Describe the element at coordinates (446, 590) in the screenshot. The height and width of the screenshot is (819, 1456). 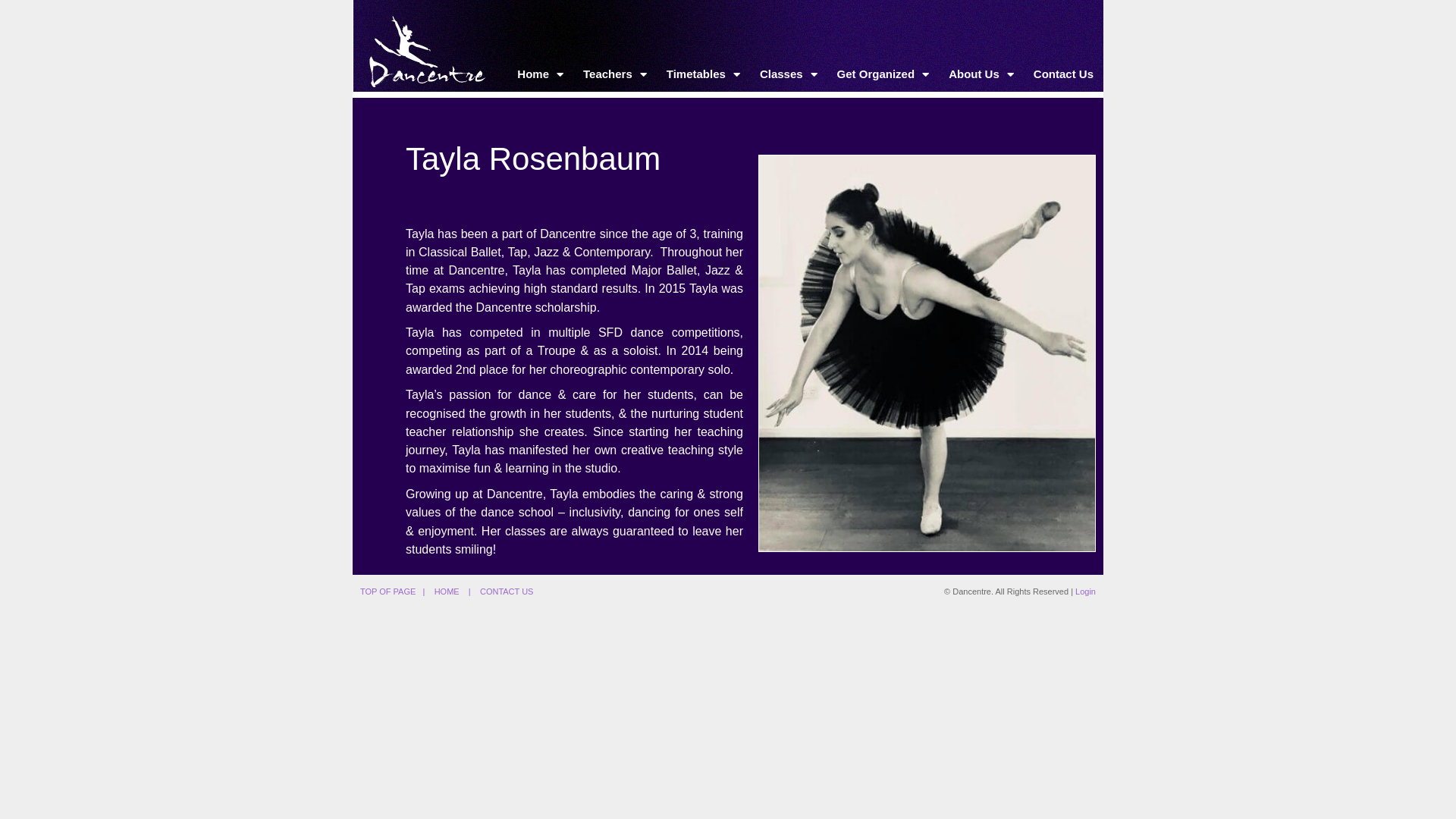
I see `'HOME'` at that location.